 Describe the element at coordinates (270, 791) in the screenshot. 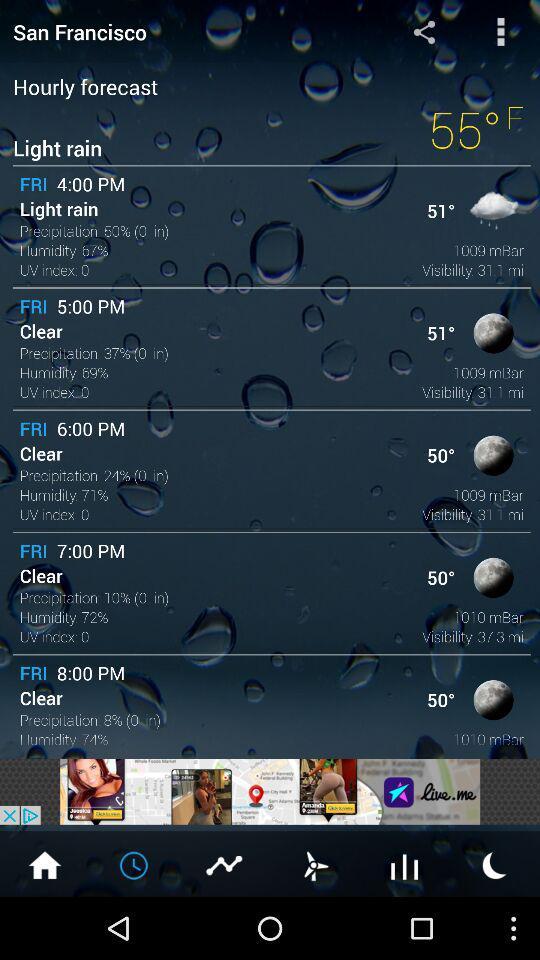

I see `icon below the uv index: 0 app` at that location.